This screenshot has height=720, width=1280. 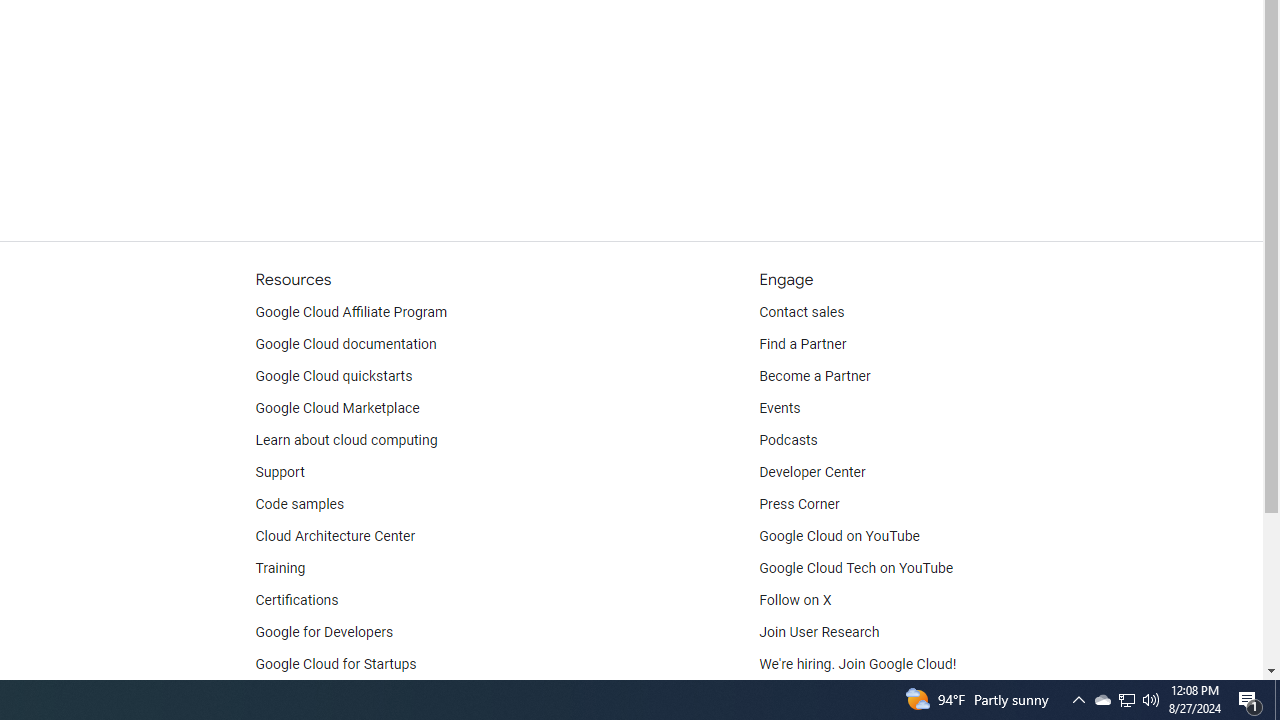 What do you see at coordinates (324, 632) in the screenshot?
I see `'Google for Developers'` at bounding box center [324, 632].